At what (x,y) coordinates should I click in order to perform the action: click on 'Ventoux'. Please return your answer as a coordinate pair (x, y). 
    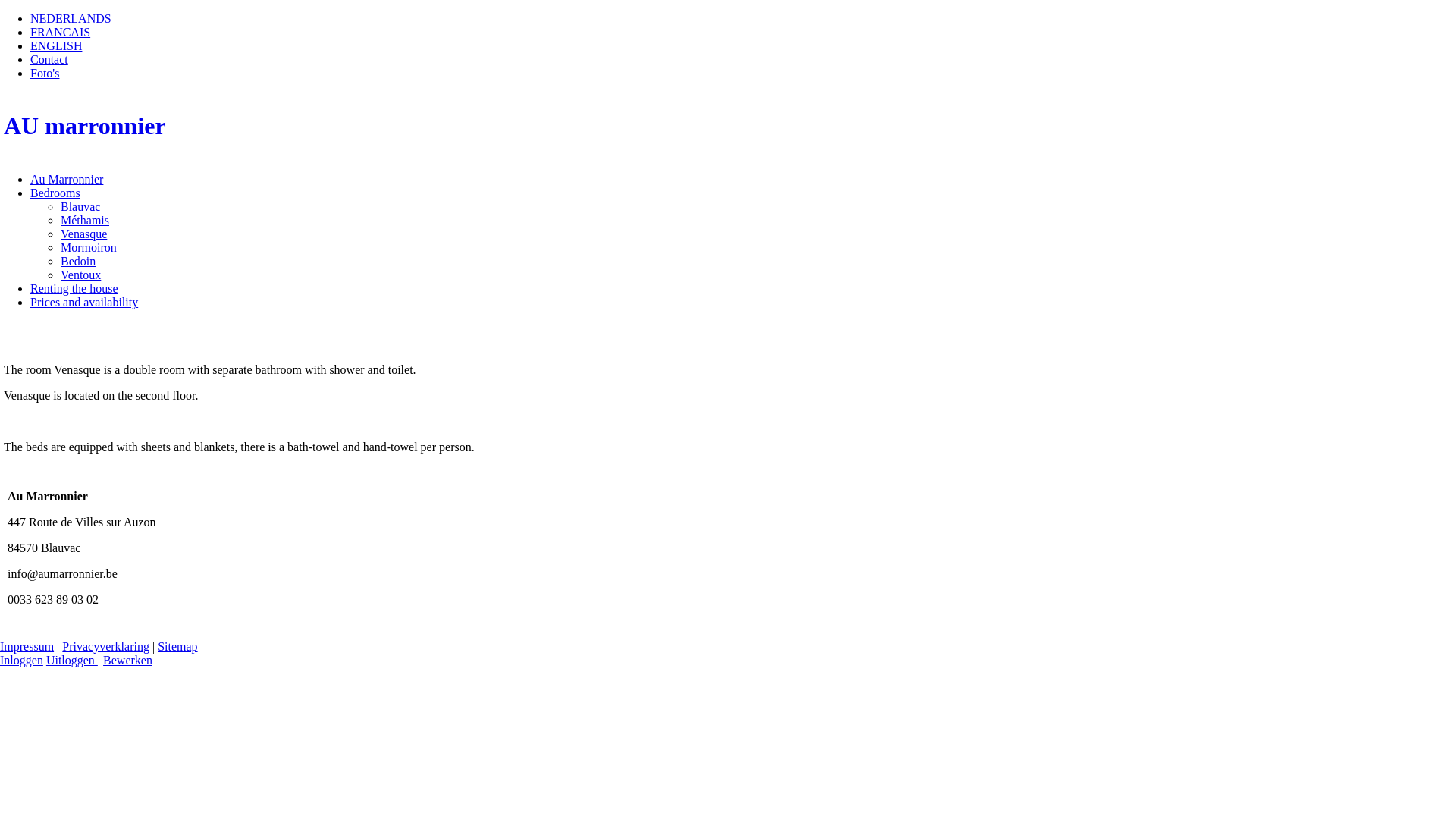
    Looking at the image, I should click on (80, 275).